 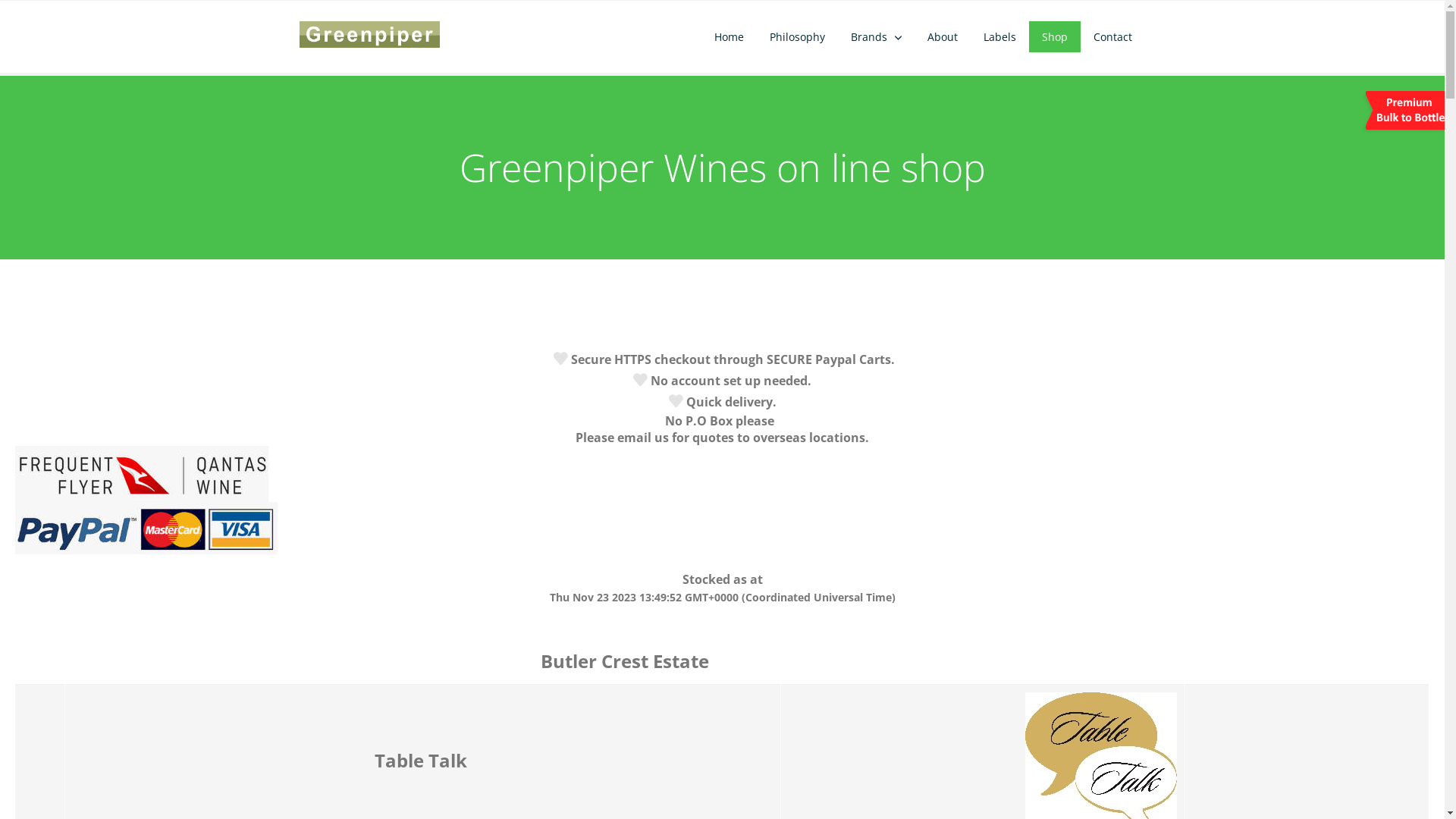 What do you see at coordinates (1112, 36) in the screenshot?
I see `'Contact'` at bounding box center [1112, 36].